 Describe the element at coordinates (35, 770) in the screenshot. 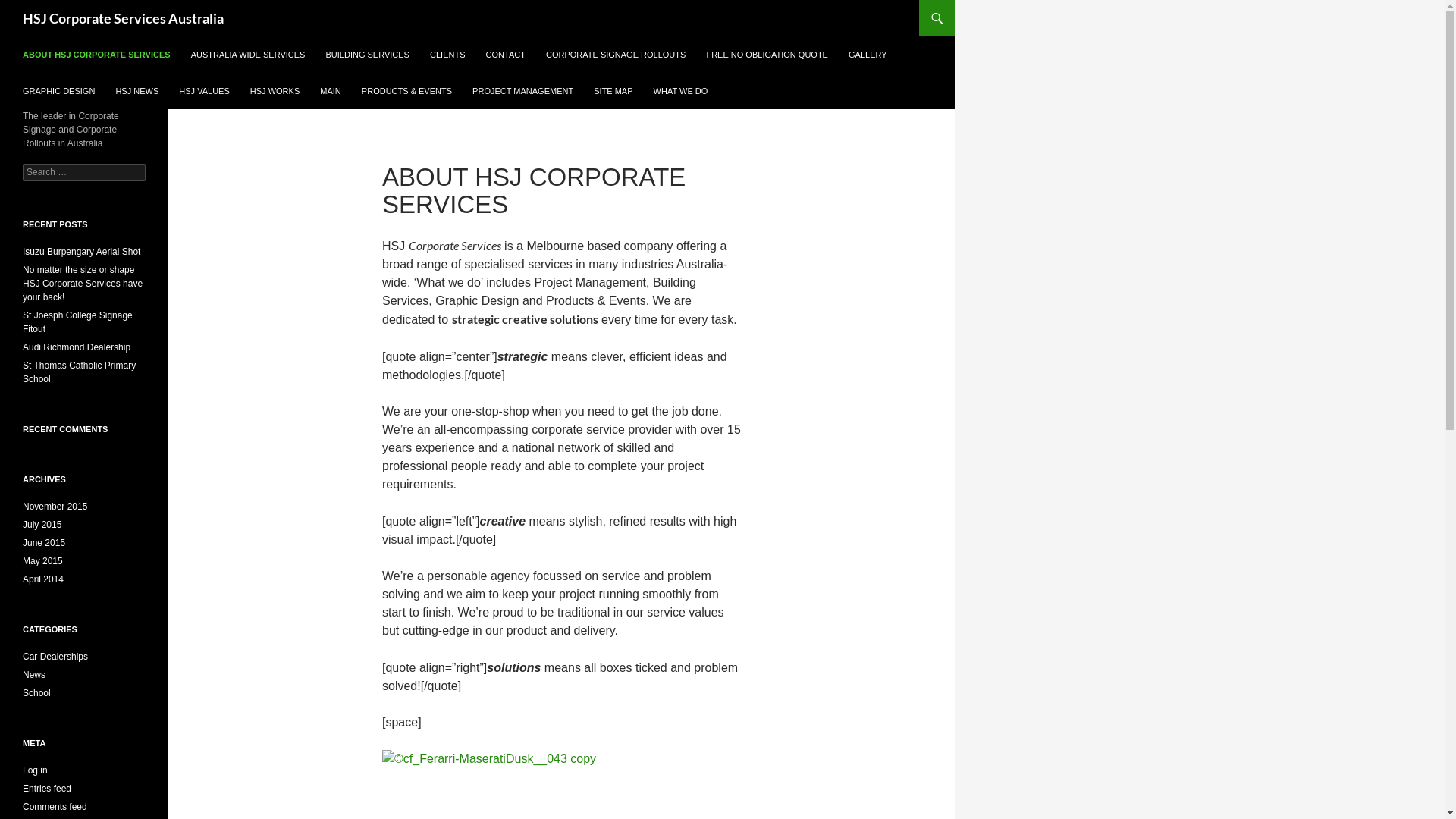

I see `'Log in'` at that location.